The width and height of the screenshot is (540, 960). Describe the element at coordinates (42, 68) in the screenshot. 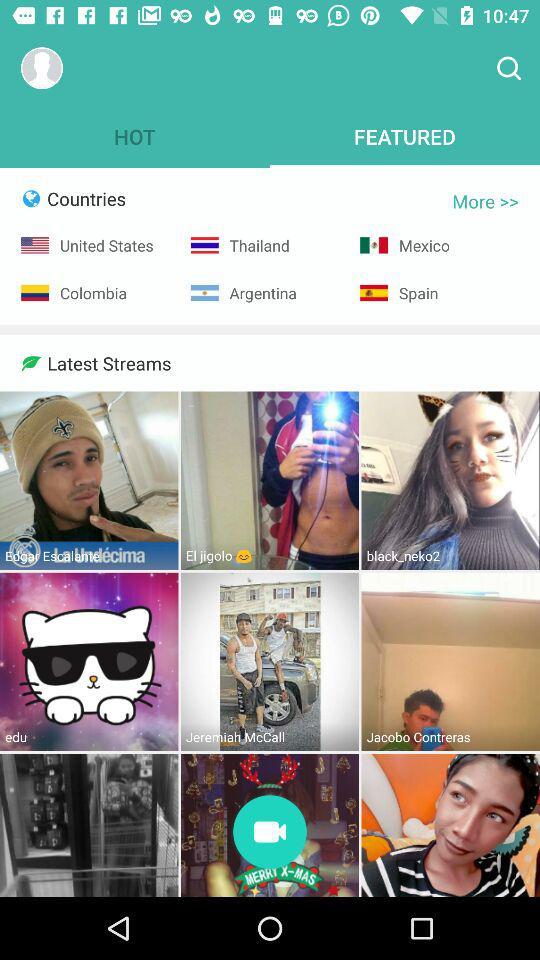

I see `profile` at that location.